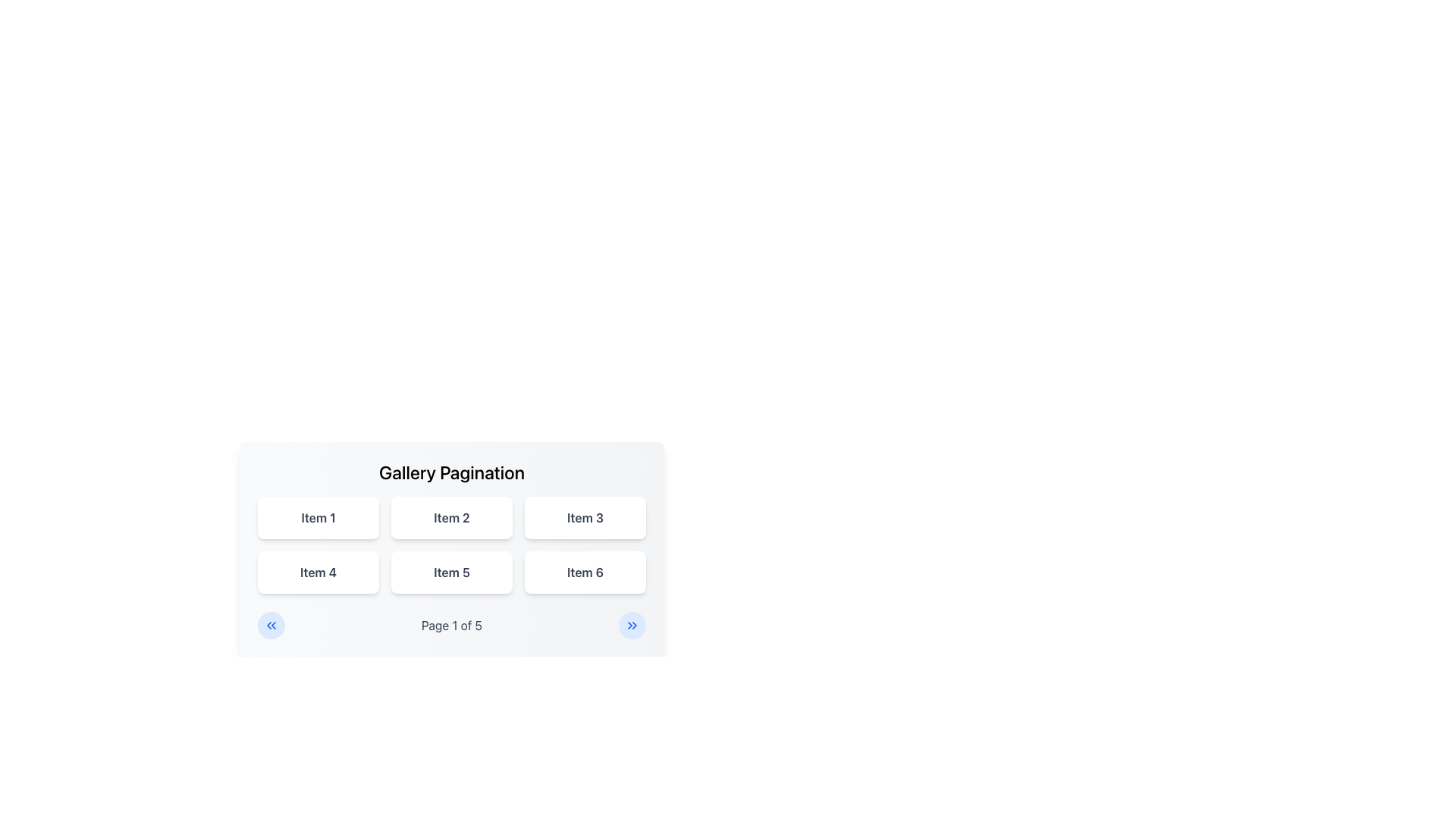 This screenshot has height=819, width=1456. I want to click on the fourth card in the grid view, so click(318, 573).